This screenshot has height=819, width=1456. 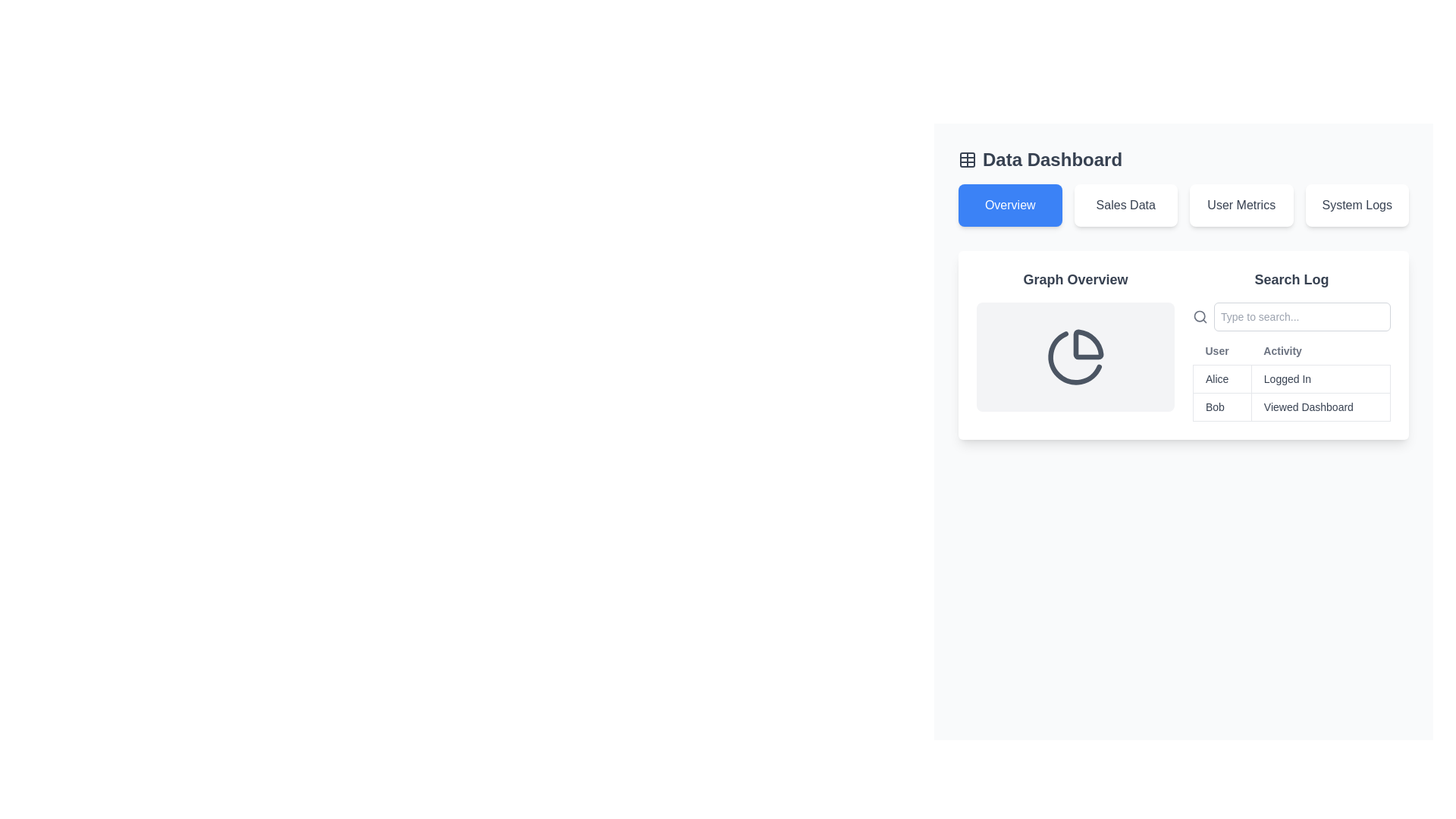 What do you see at coordinates (1291, 362) in the screenshot?
I see `a cell in the 'Search Log' table` at bounding box center [1291, 362].